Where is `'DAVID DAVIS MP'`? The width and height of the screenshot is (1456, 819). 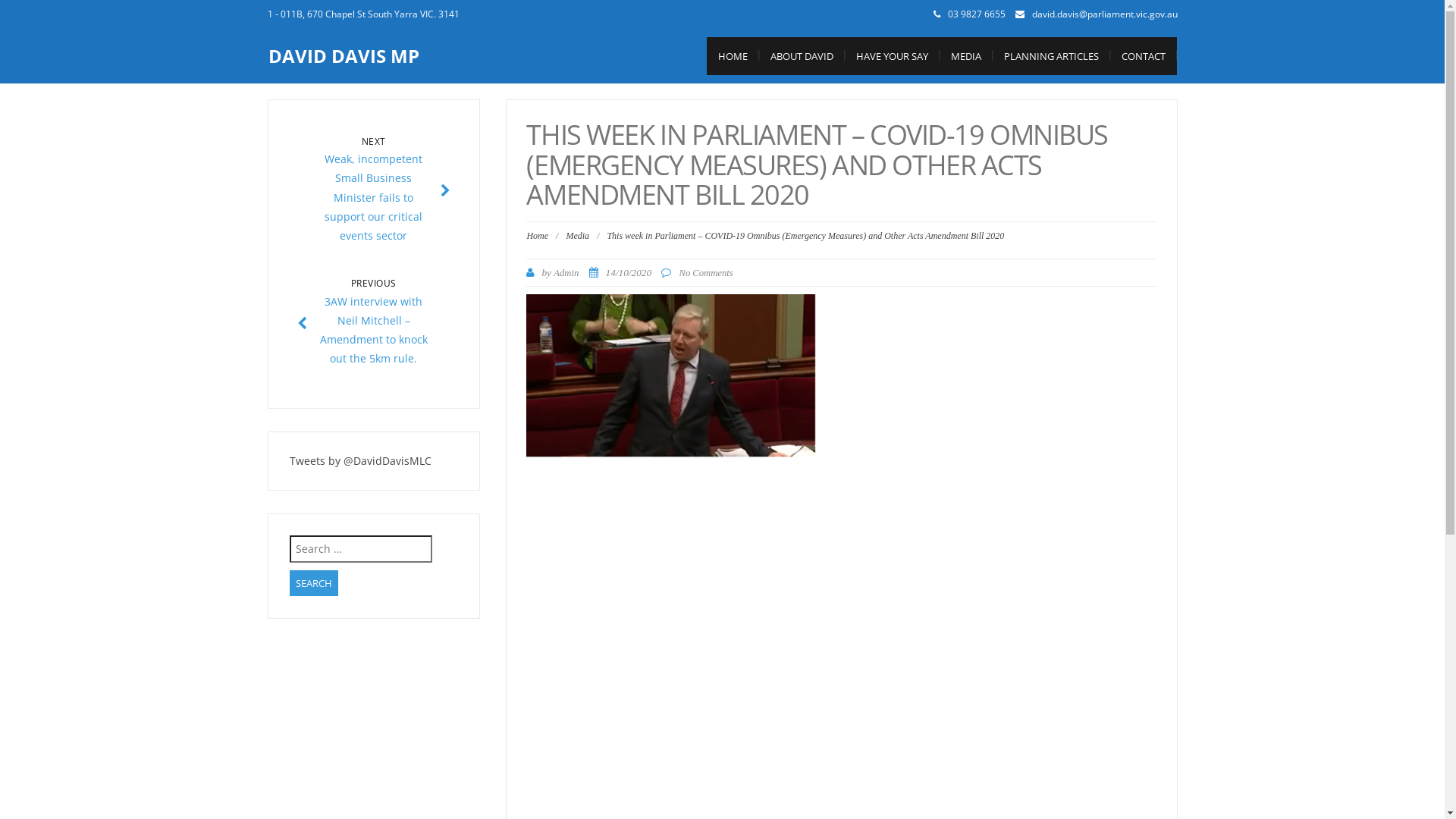 'DAVID DAVIS MP' is located at coordinates (343, 55).